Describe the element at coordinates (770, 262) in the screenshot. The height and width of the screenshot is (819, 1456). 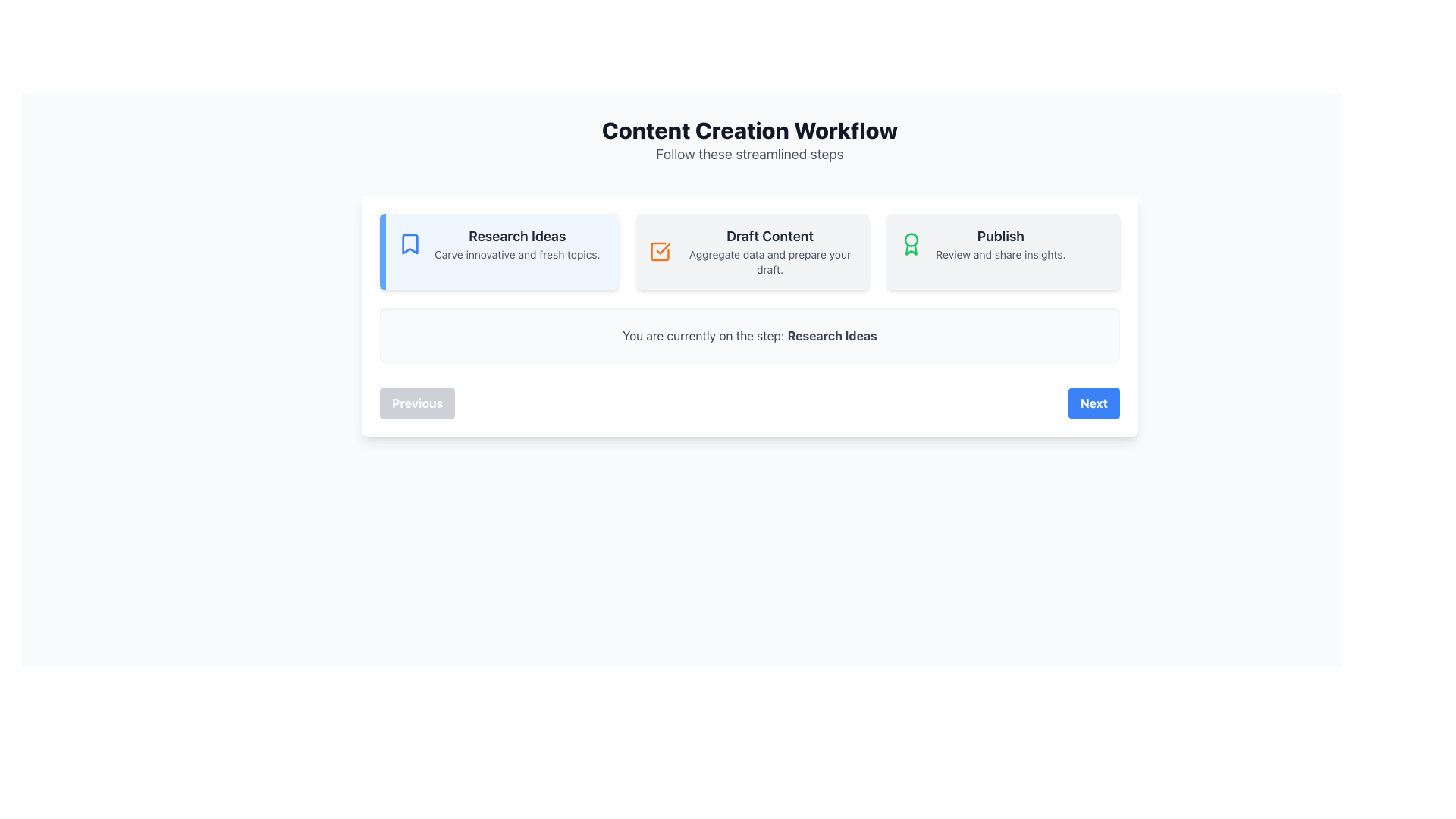
I see `Text Label located under the 'Draft Content' title, which provides additional context for the workflow step` at that location.